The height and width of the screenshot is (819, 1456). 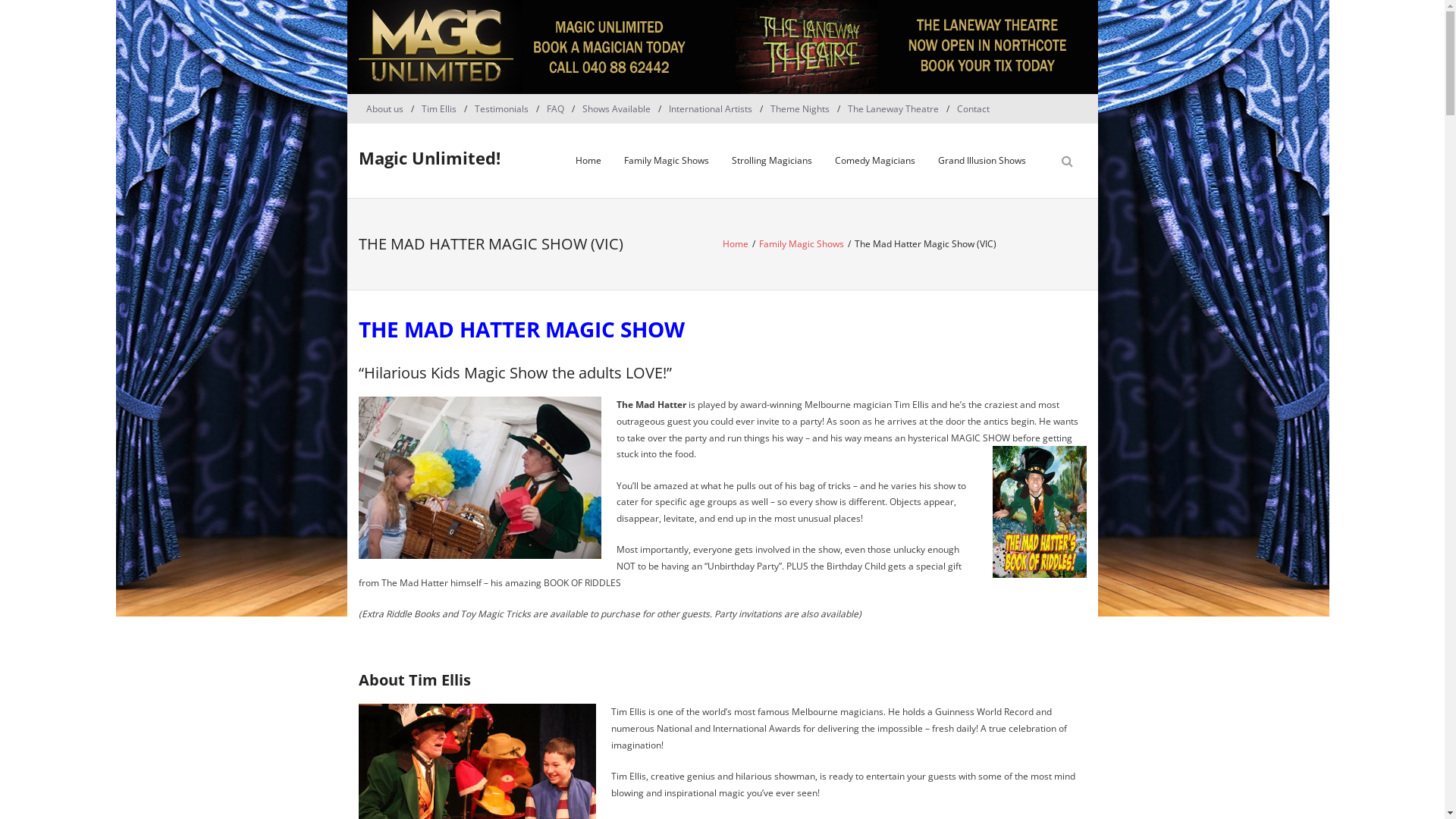 What do you see at coordinates (574, 108) in the screenshot?
I see `'Shows Available'` at bounding box center [574, 108].